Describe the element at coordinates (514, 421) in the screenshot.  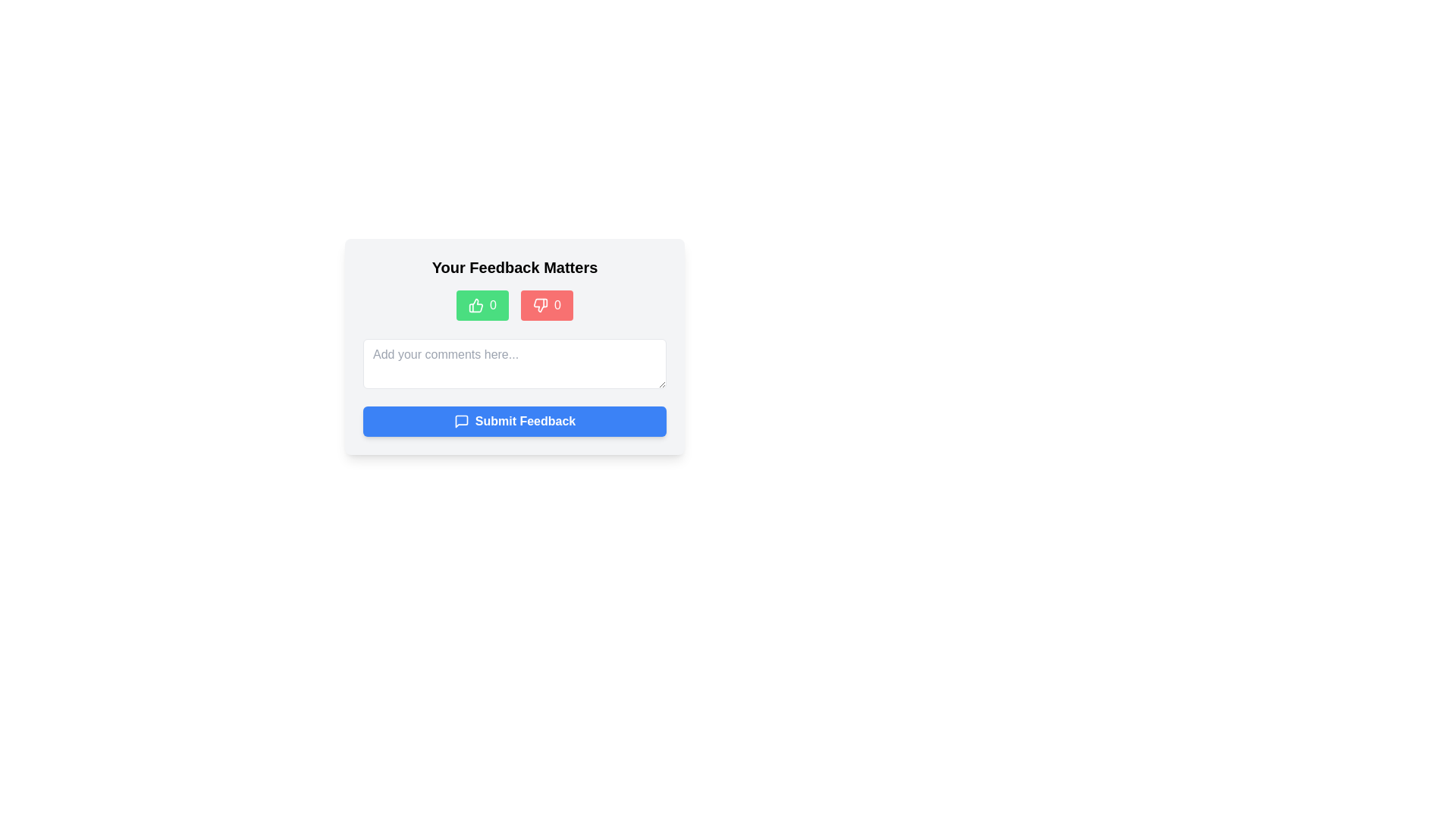
I see `the blue rectangular button labeled 'Submit Feedback' with a white speech bubble icon for keyboard interaction` at that location.